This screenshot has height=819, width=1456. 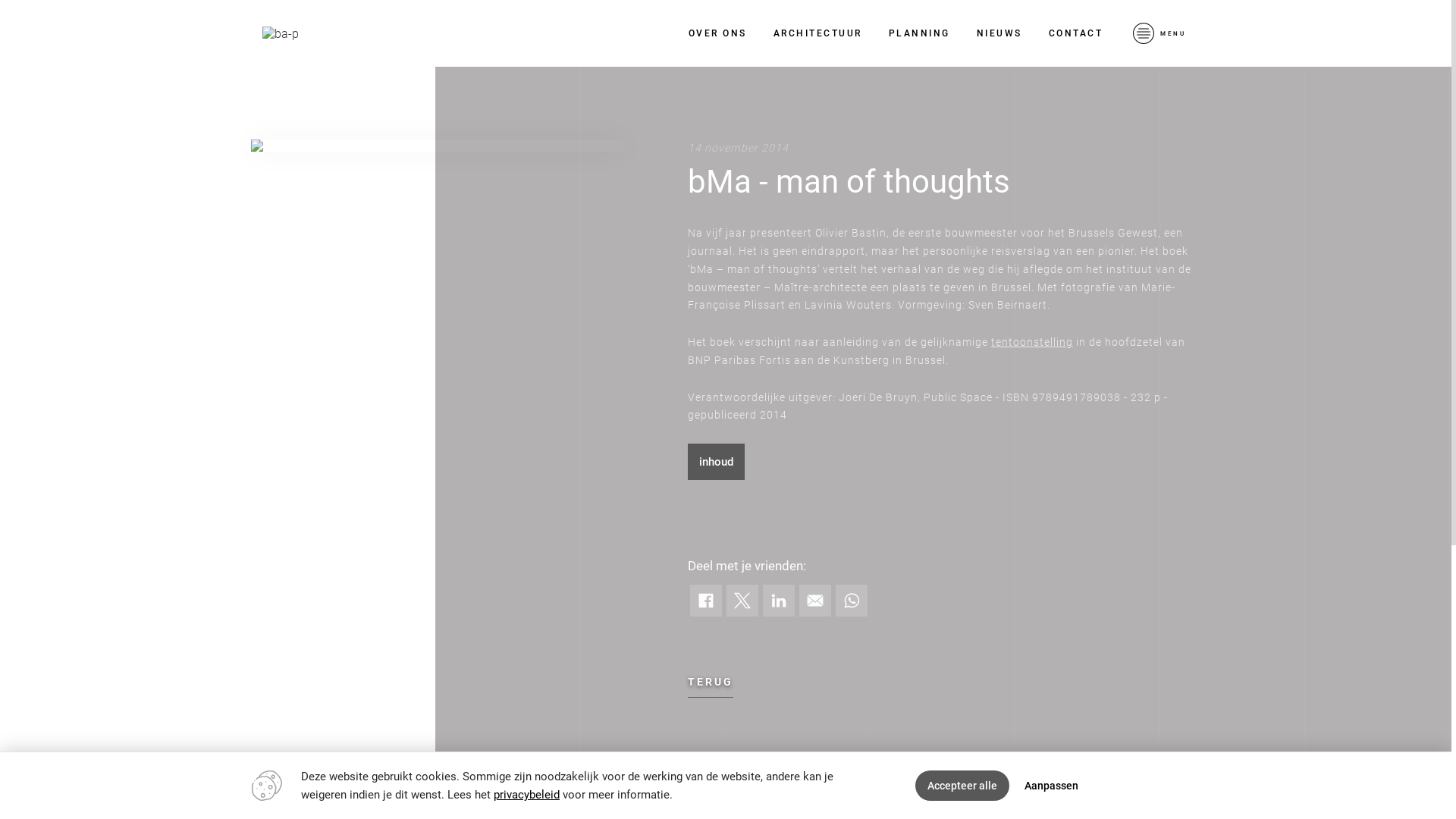 I want to click on 'NIEUWS', so click(x=999, y=33).